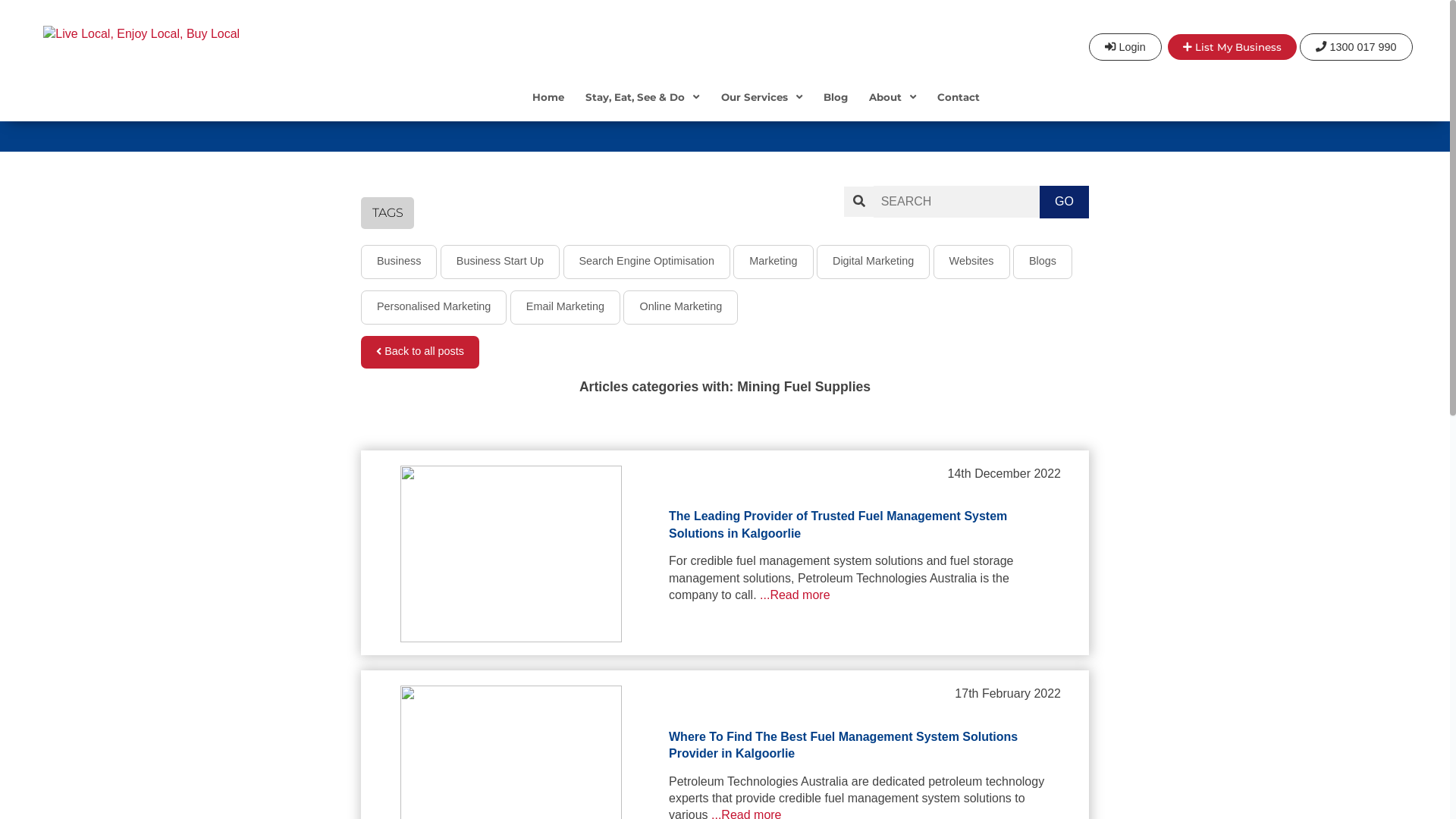  I want to click on 'Blog', so click(811, 107).